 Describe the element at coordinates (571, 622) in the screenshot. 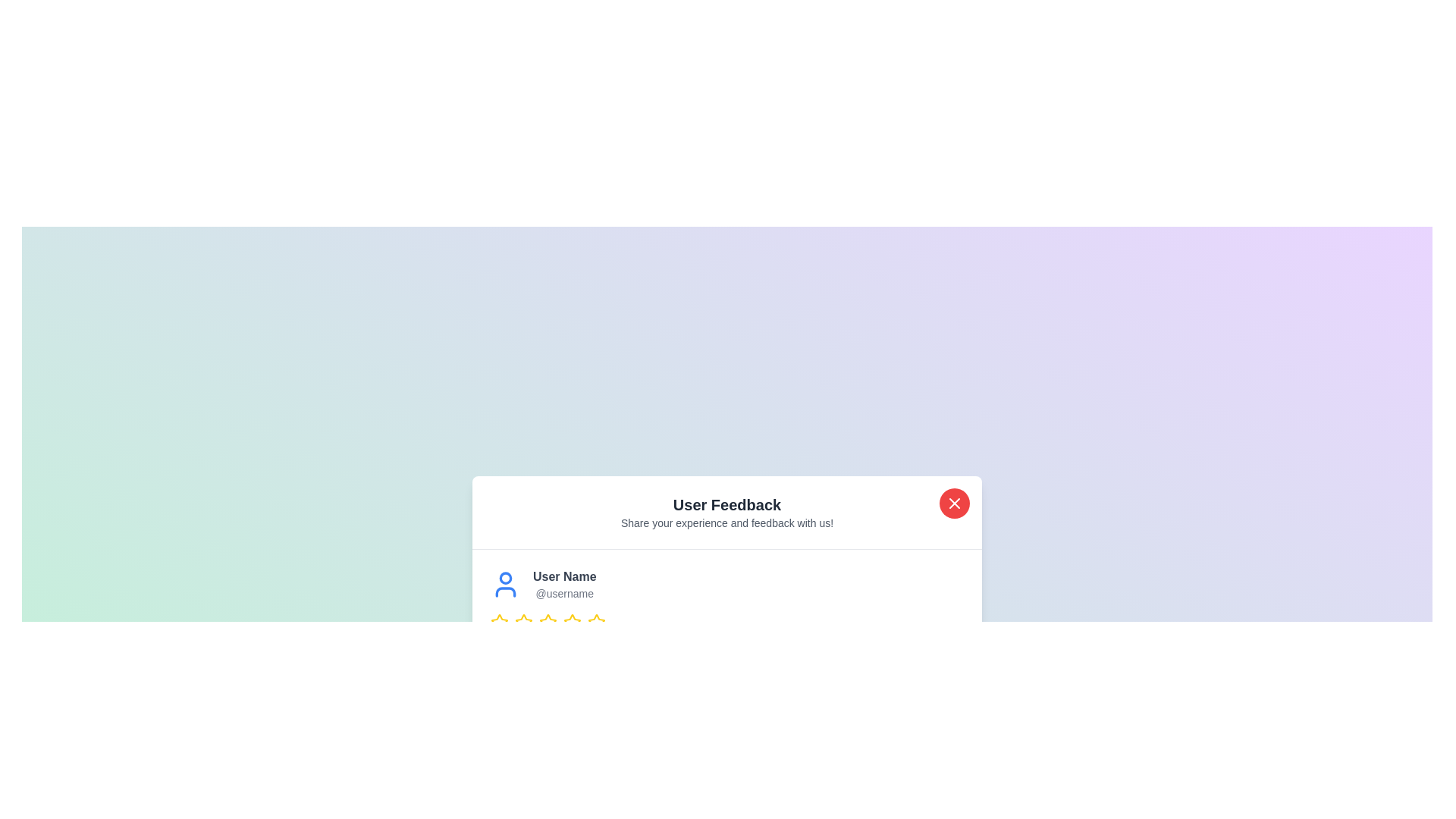

I see `the sixth star in the horizontal array of rating stars` at that location.